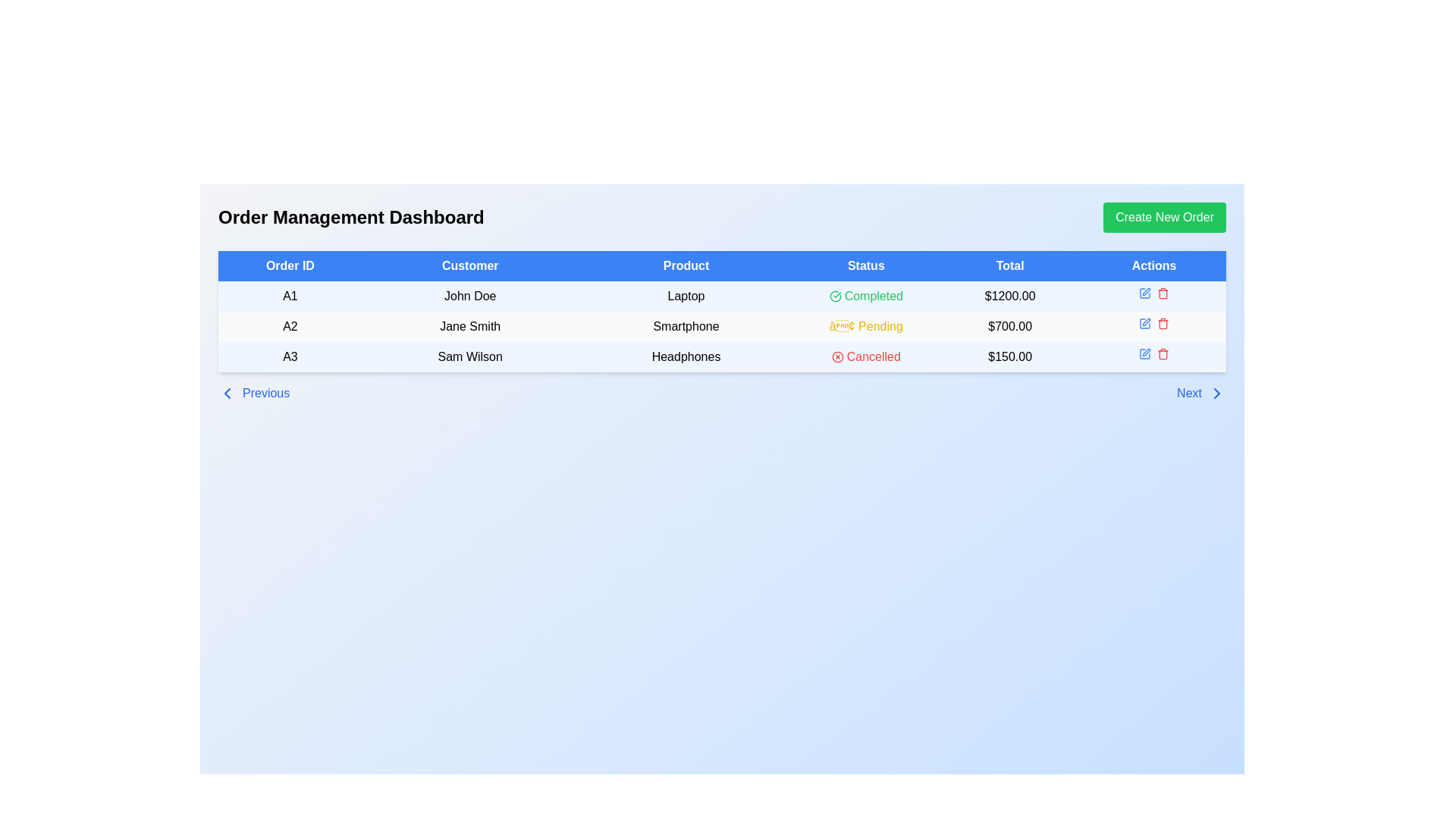  I want to click on the text 'John Doe' which is centrally aligned in the 'Customer' column of the table, styled in black on a lightly highlighted background, so click(469, 296).